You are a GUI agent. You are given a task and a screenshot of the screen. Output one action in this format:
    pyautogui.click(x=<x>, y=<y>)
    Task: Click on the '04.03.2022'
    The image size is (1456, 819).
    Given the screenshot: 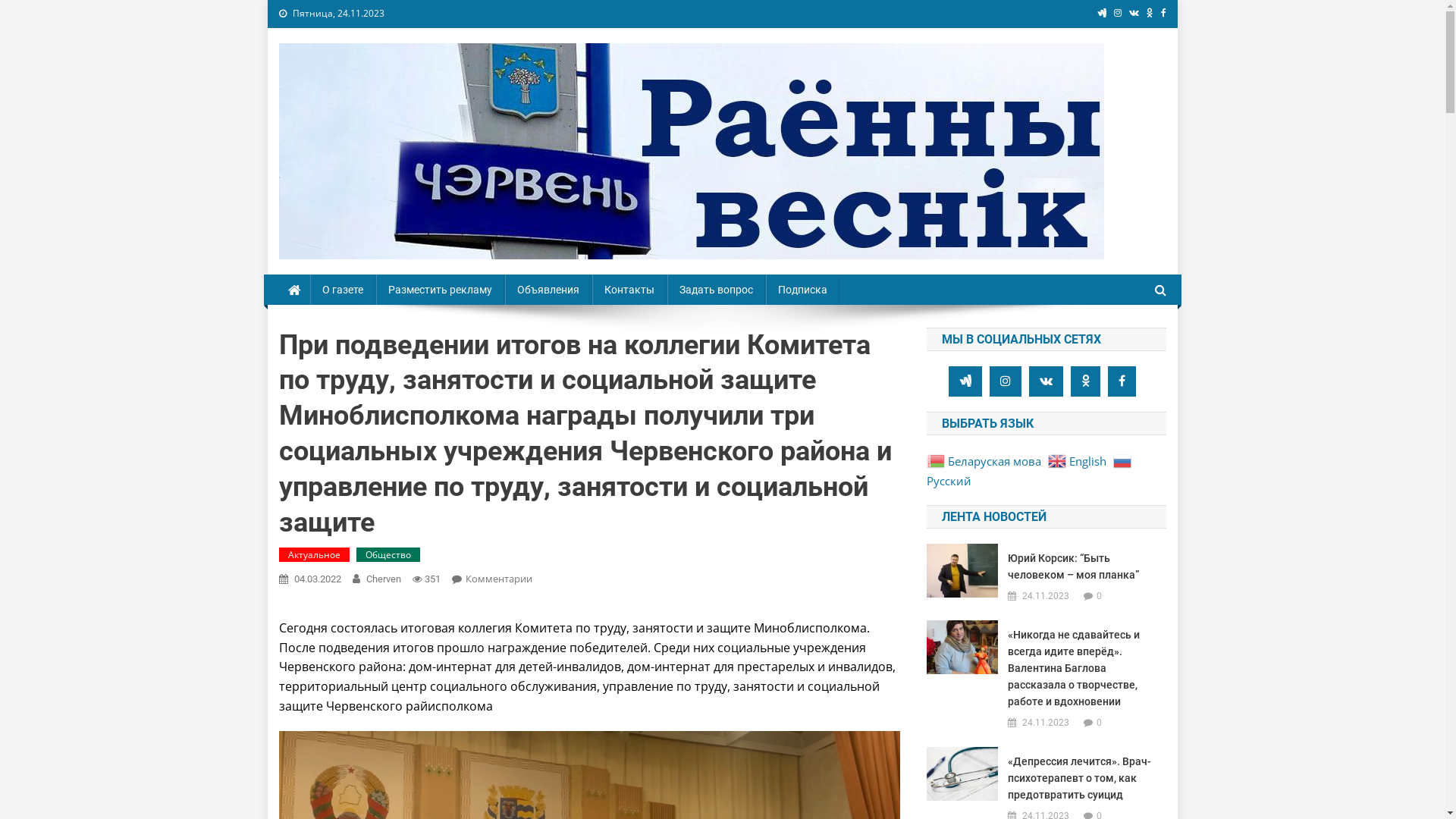 What is the action you would take?
    pyautogui.click(x=316, y=579)
    